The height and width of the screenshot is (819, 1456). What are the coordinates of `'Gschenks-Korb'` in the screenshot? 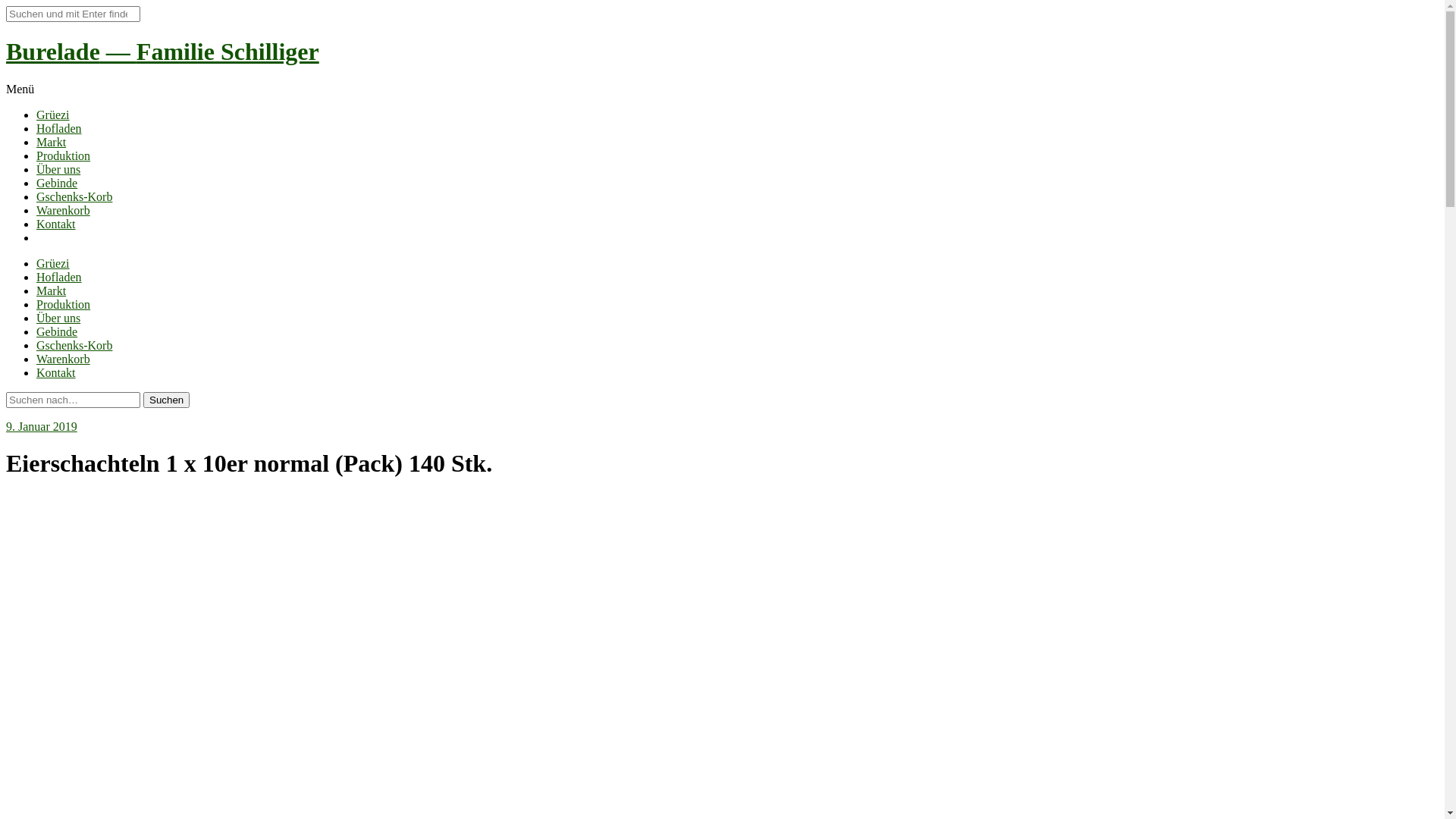 It's located at (73, 345).